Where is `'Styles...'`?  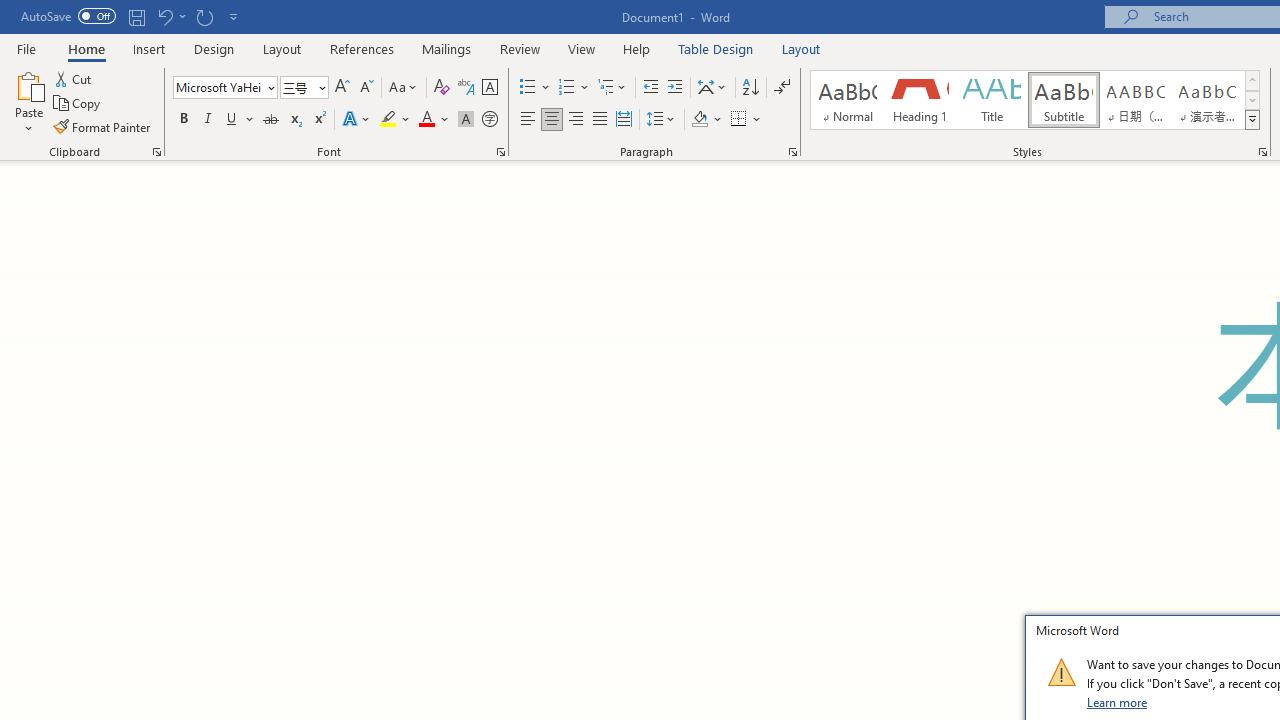
'Styles...' is located at coordinates (1261, 150).